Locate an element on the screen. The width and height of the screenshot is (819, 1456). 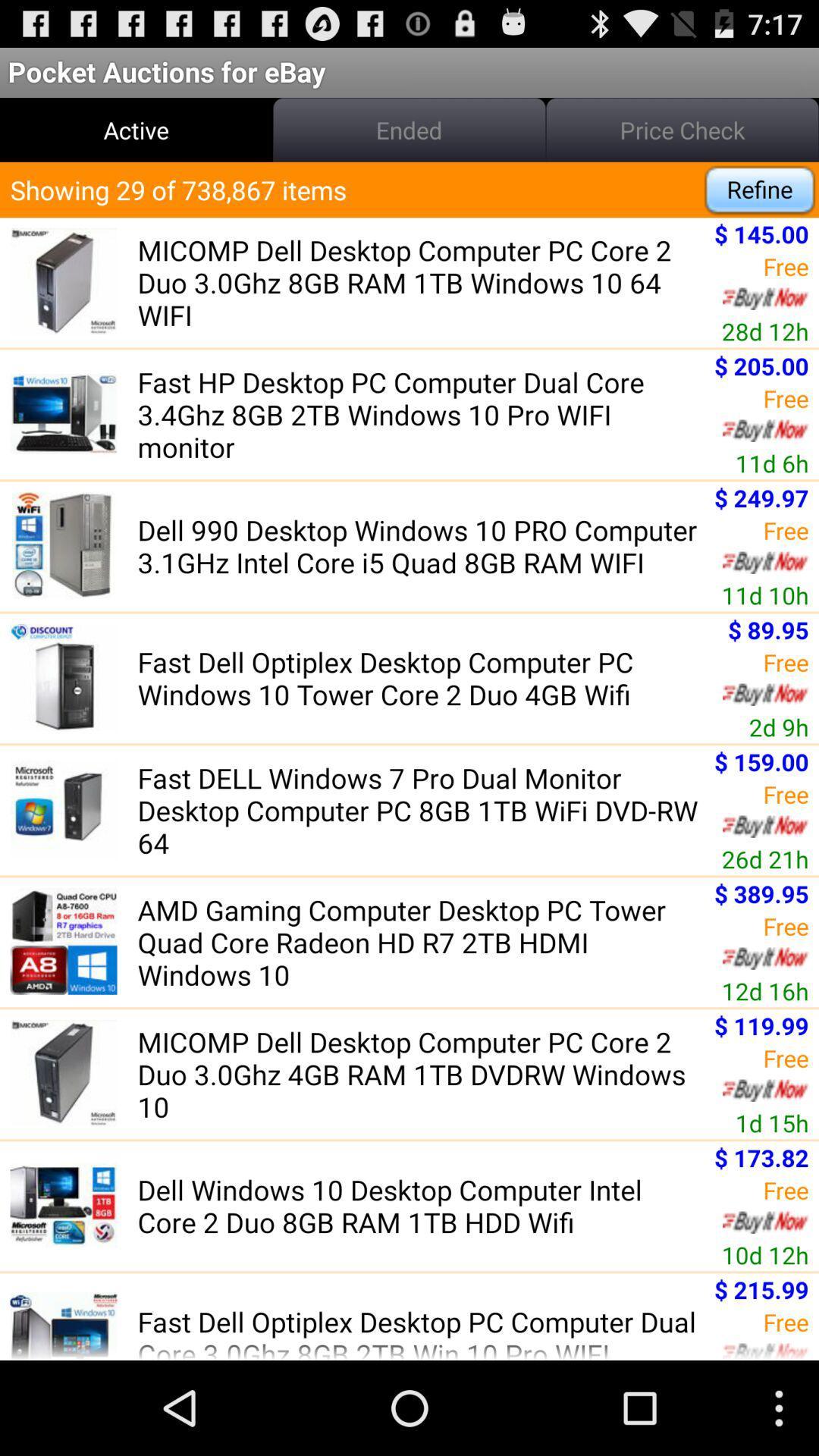
the item next to dell 990 desktop is located at coordinates (761, 497).